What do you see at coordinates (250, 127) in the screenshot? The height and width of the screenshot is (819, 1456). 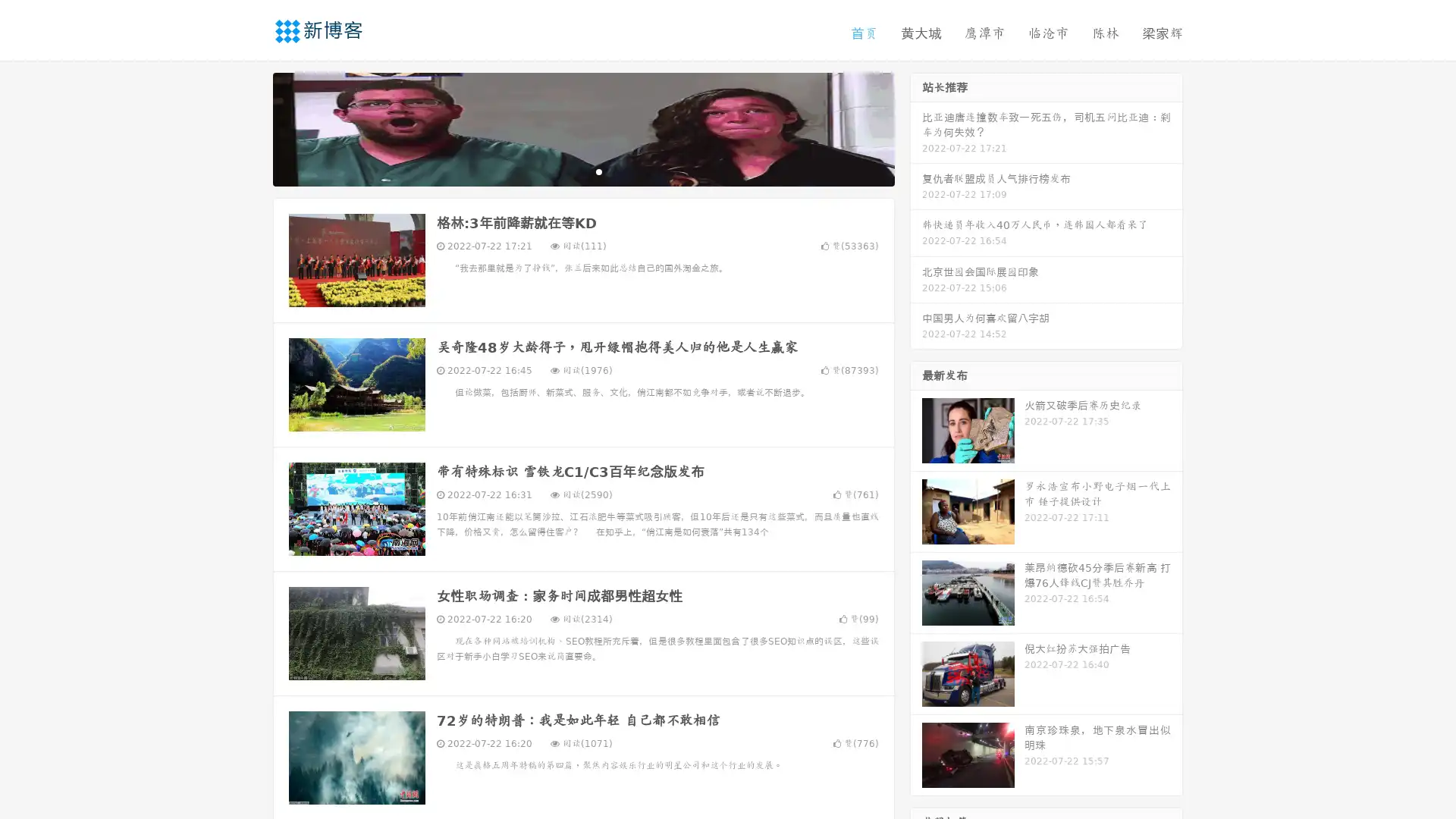 I see `Previous slide` at bounding box center [250, 127].